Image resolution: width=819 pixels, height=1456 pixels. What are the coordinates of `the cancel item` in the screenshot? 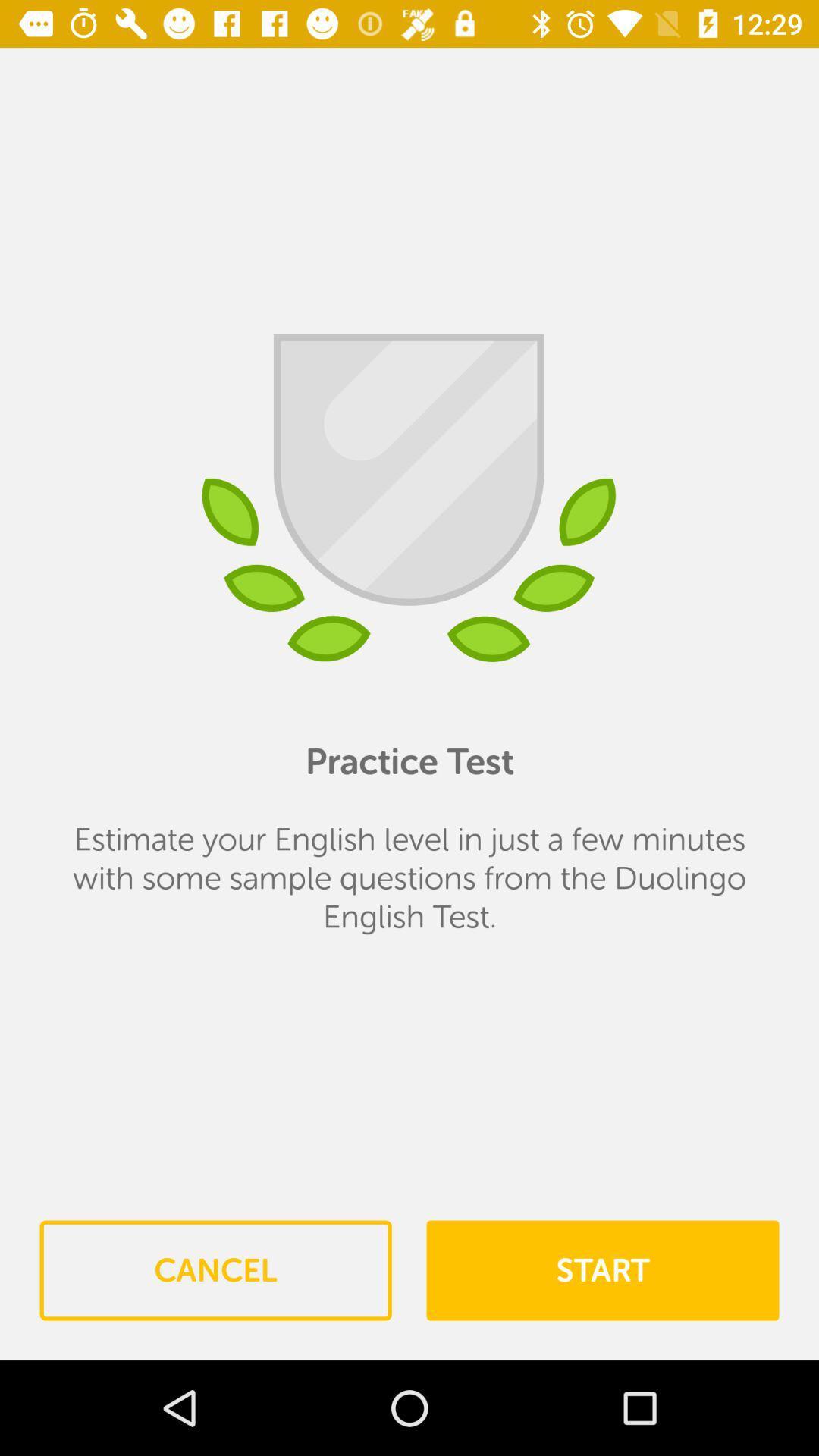 It's located at (215, 1270).